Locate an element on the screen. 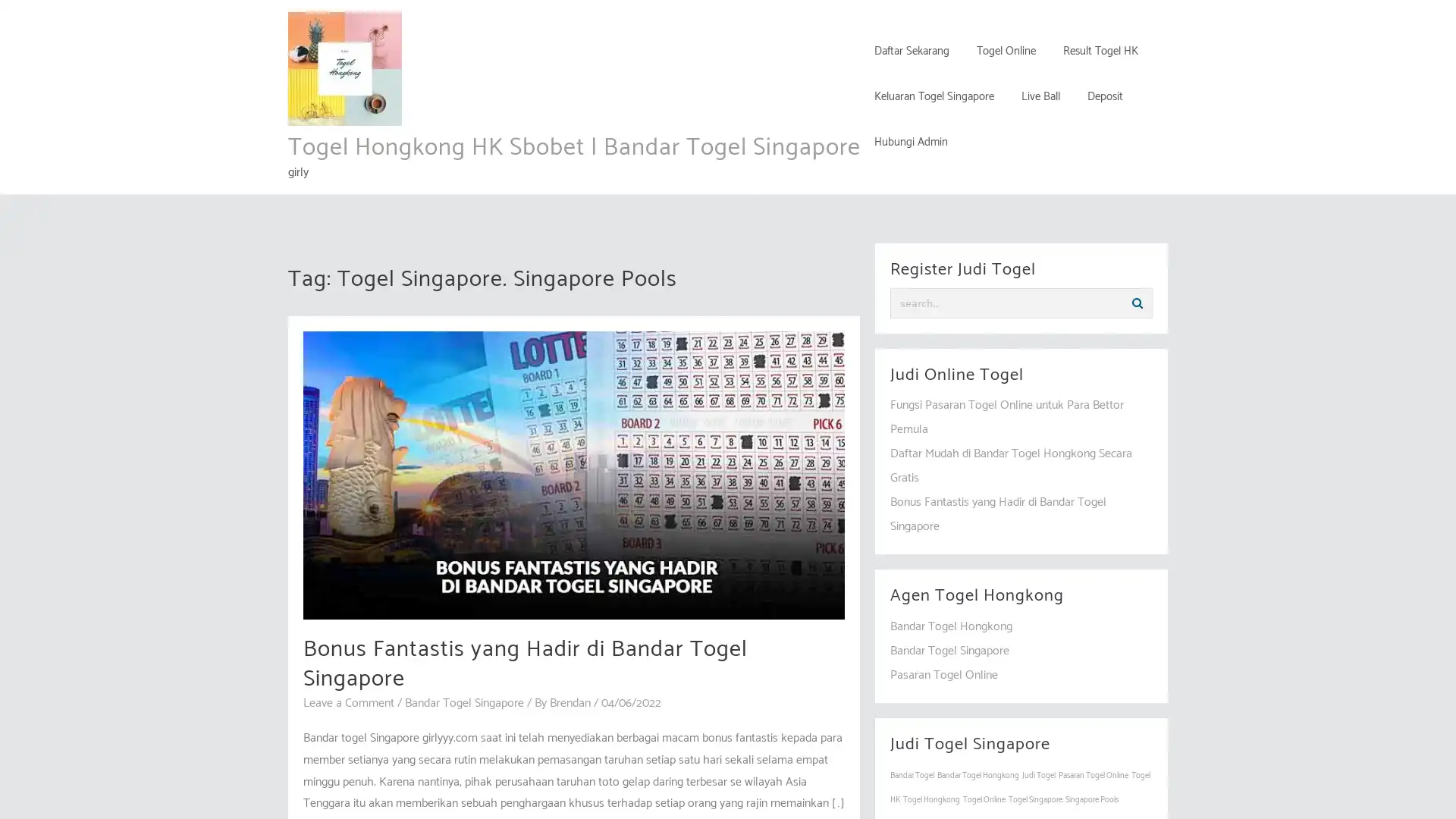 This screenshot has height=819, width=1456. Search is located at coordinates (1137, 303).